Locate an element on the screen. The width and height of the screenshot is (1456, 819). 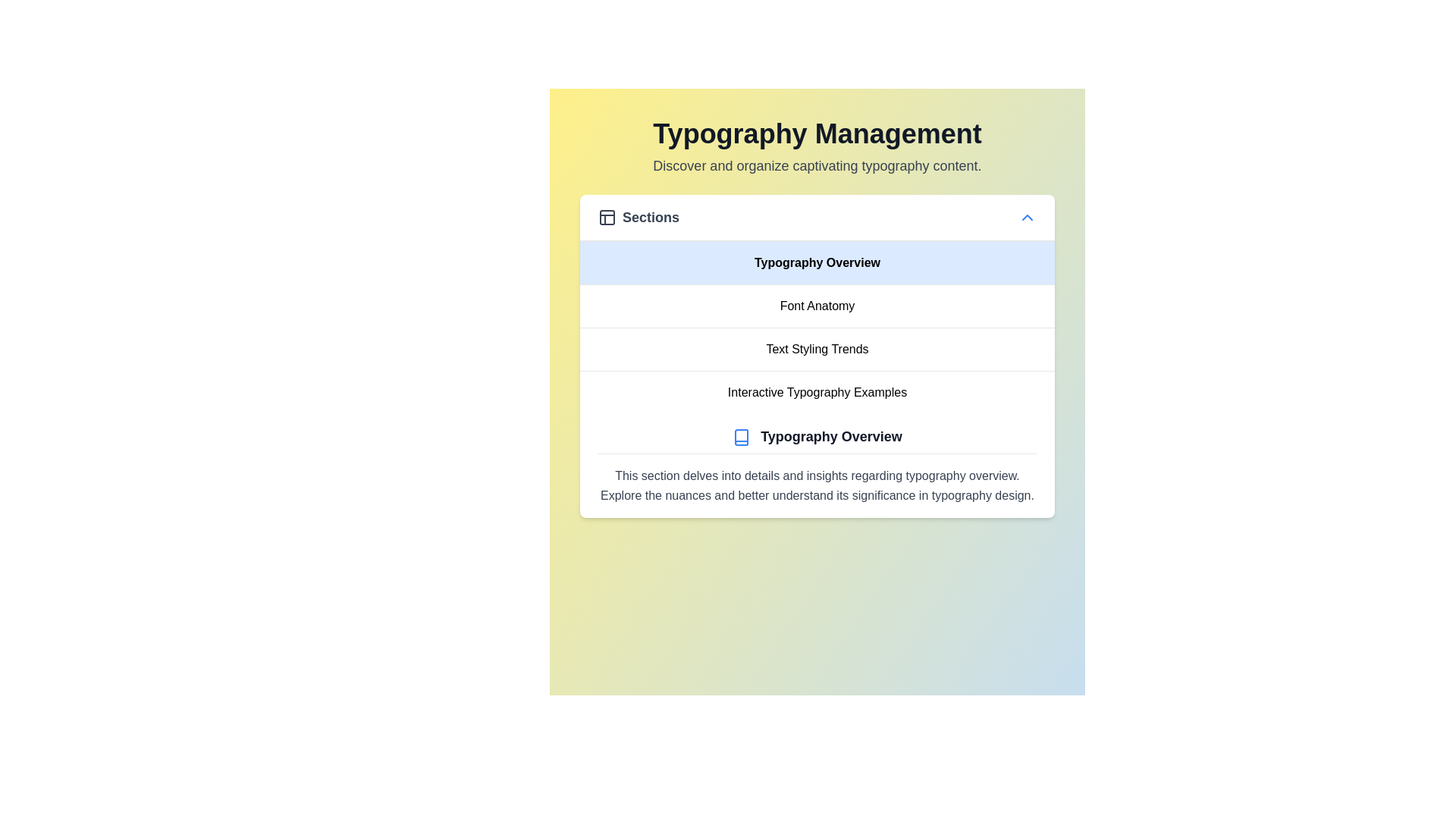
the book icon SVG element that visually represents the concept of 'Typography Overview' is located at coordinates (742, 438).